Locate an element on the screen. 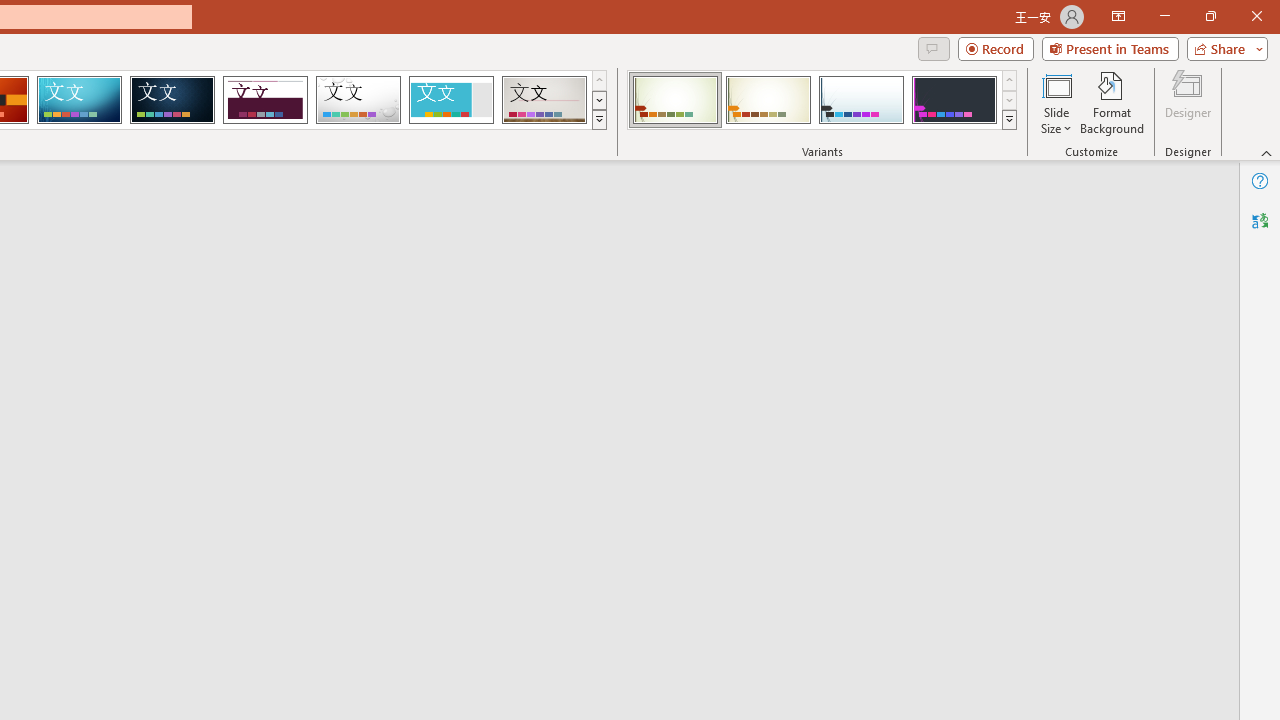 The image size is (1280, 720). 'Gallery' is located at coordinates (544, 100).